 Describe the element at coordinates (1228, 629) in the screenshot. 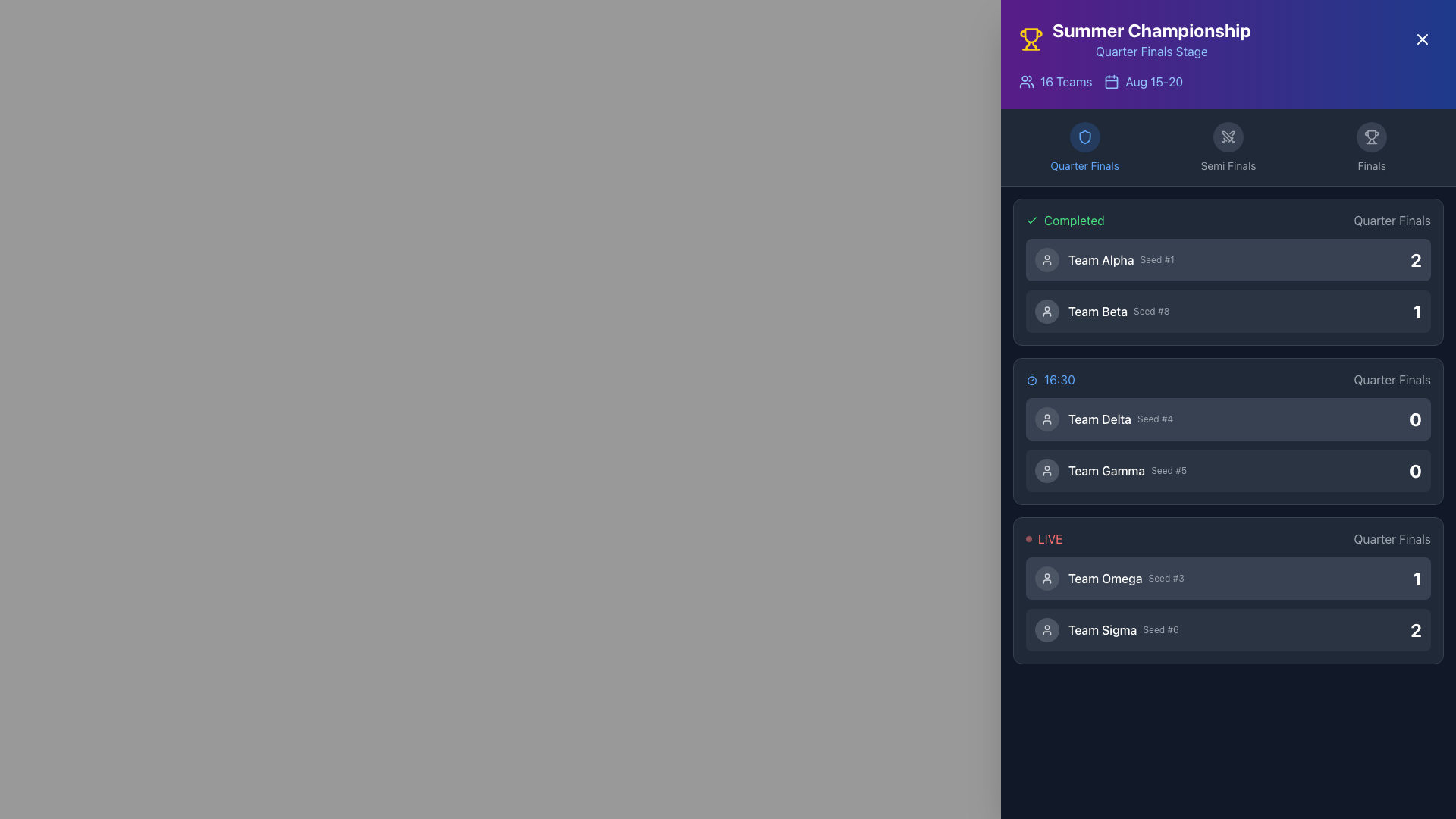

I see `the second card in the 'LIVE' list labeled 'Team Sigma', which features a dark gray background, rounded corners, and displays the score '2' on the right` at that location.